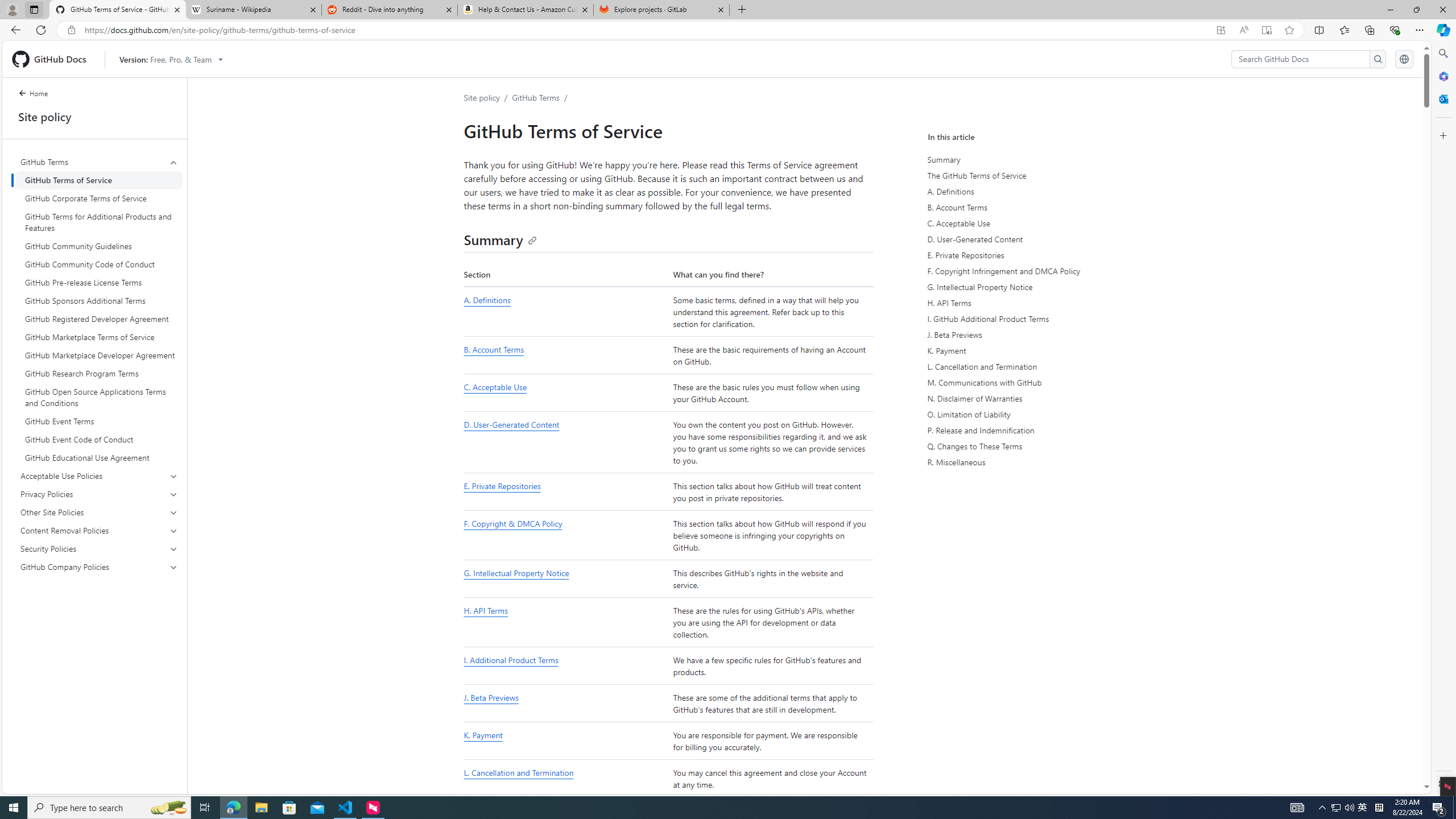 The image size is (1456, 819). Describe the element at coordinates (1034, 318) in the screenshot. I see `'I. GitHub Additional Product Terms'` at that location.